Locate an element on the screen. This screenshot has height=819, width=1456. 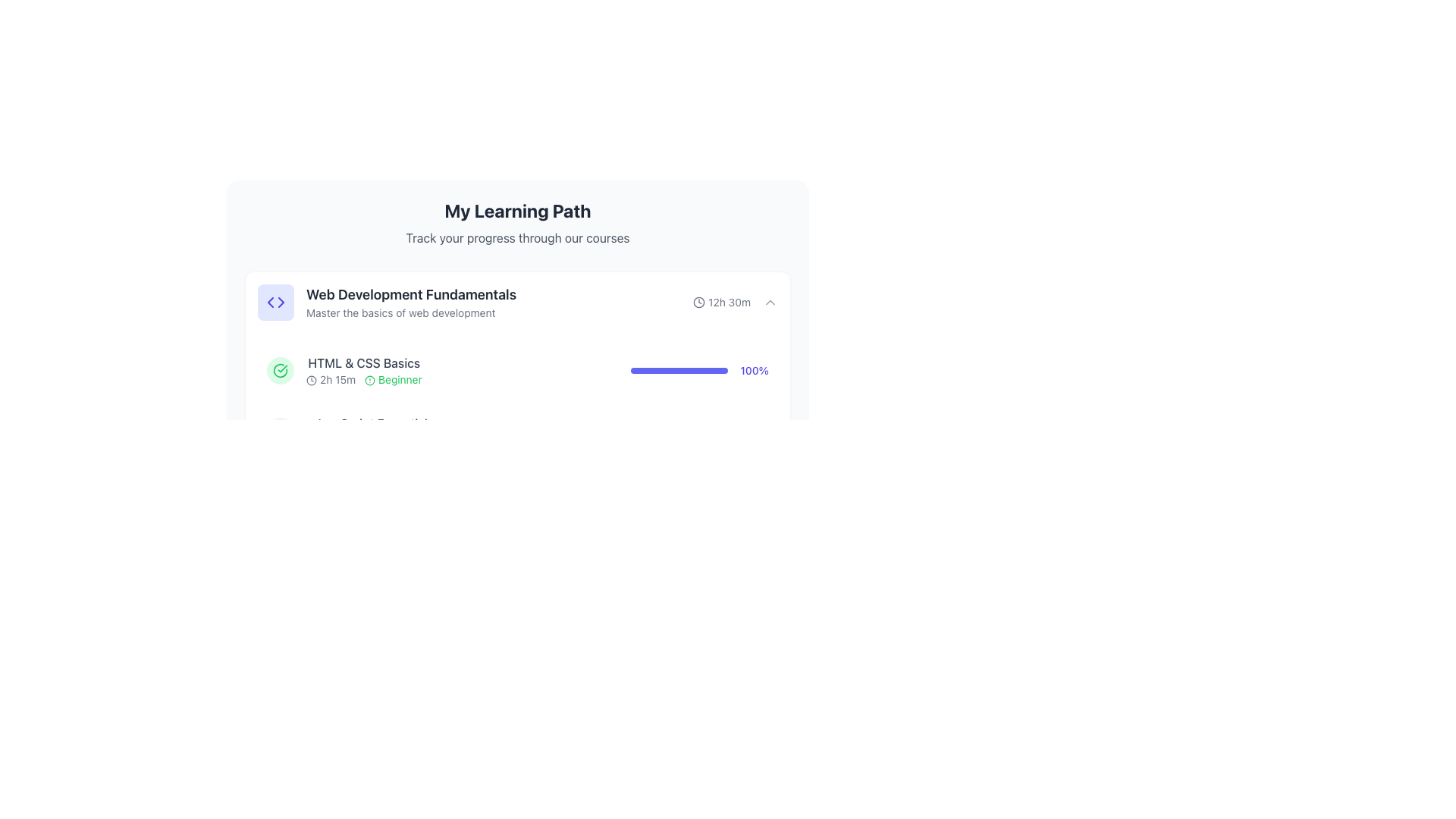
the play button located to the left of the text 'JavaScript Essentials' is located at coordinates (280, 431).